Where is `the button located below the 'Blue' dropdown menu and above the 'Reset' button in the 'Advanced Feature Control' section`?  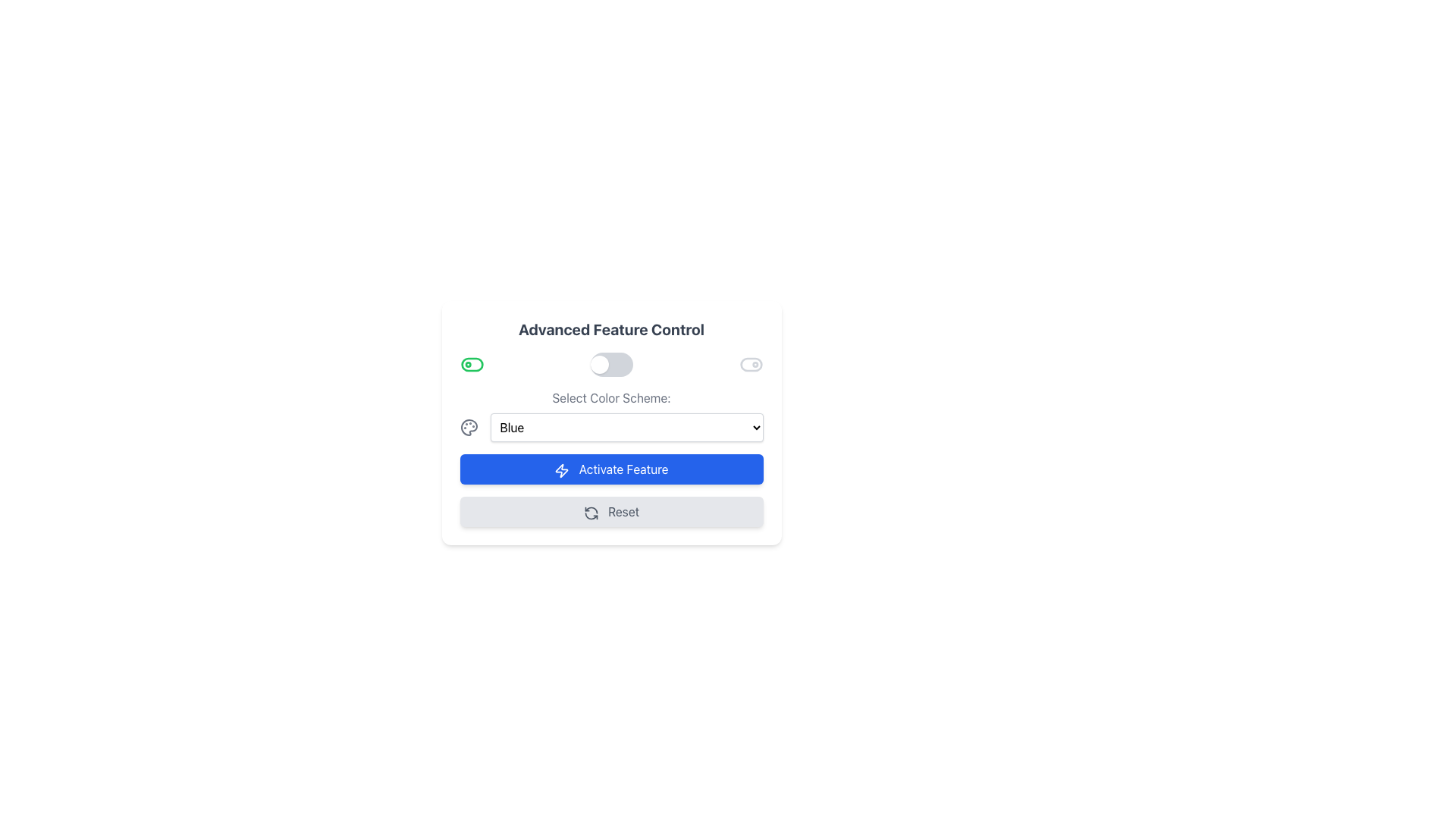
the button located below the 'Blue' dropdown menu and above the 'Reset' button in the 'Advanced Feature Control' section is located at coordinates (611, 468).